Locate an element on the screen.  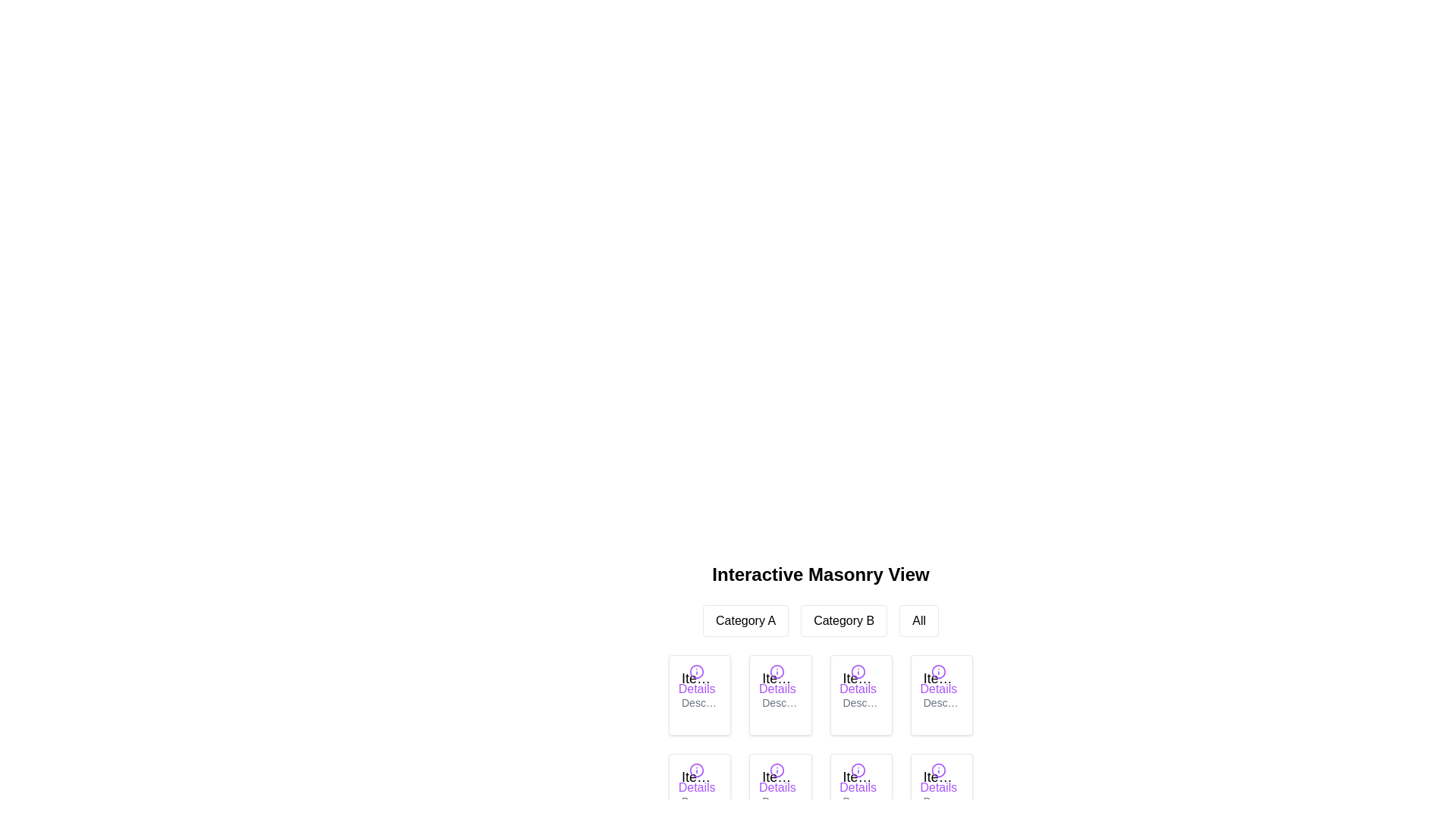
the SVG Circle element representing an information icon within the second card of the first row under 'Interactive Masonry View' is located at coordinates (777, 670).